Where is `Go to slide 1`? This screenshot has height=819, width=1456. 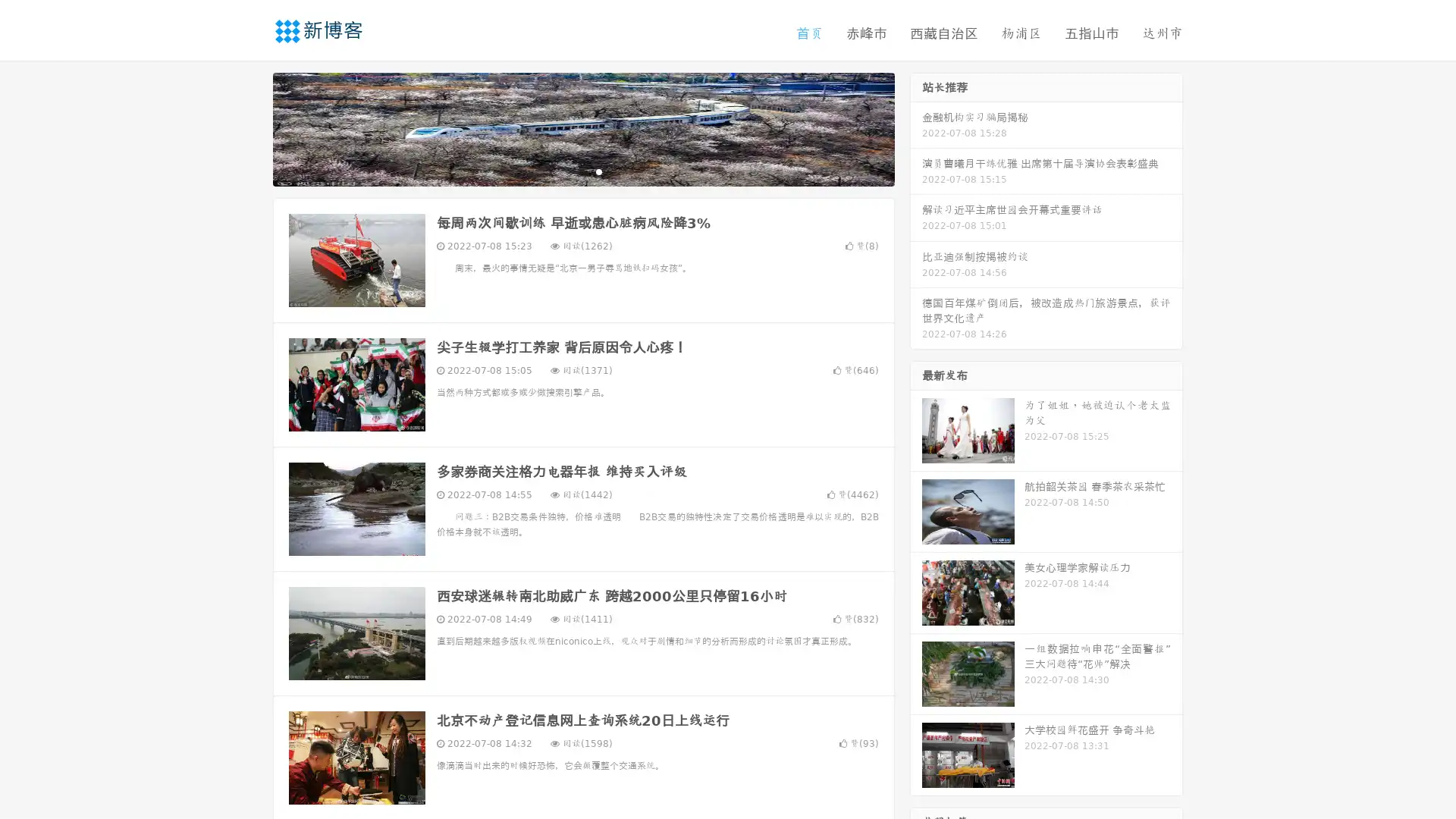
Go to slide 1 is located at coordinates (567, 171).